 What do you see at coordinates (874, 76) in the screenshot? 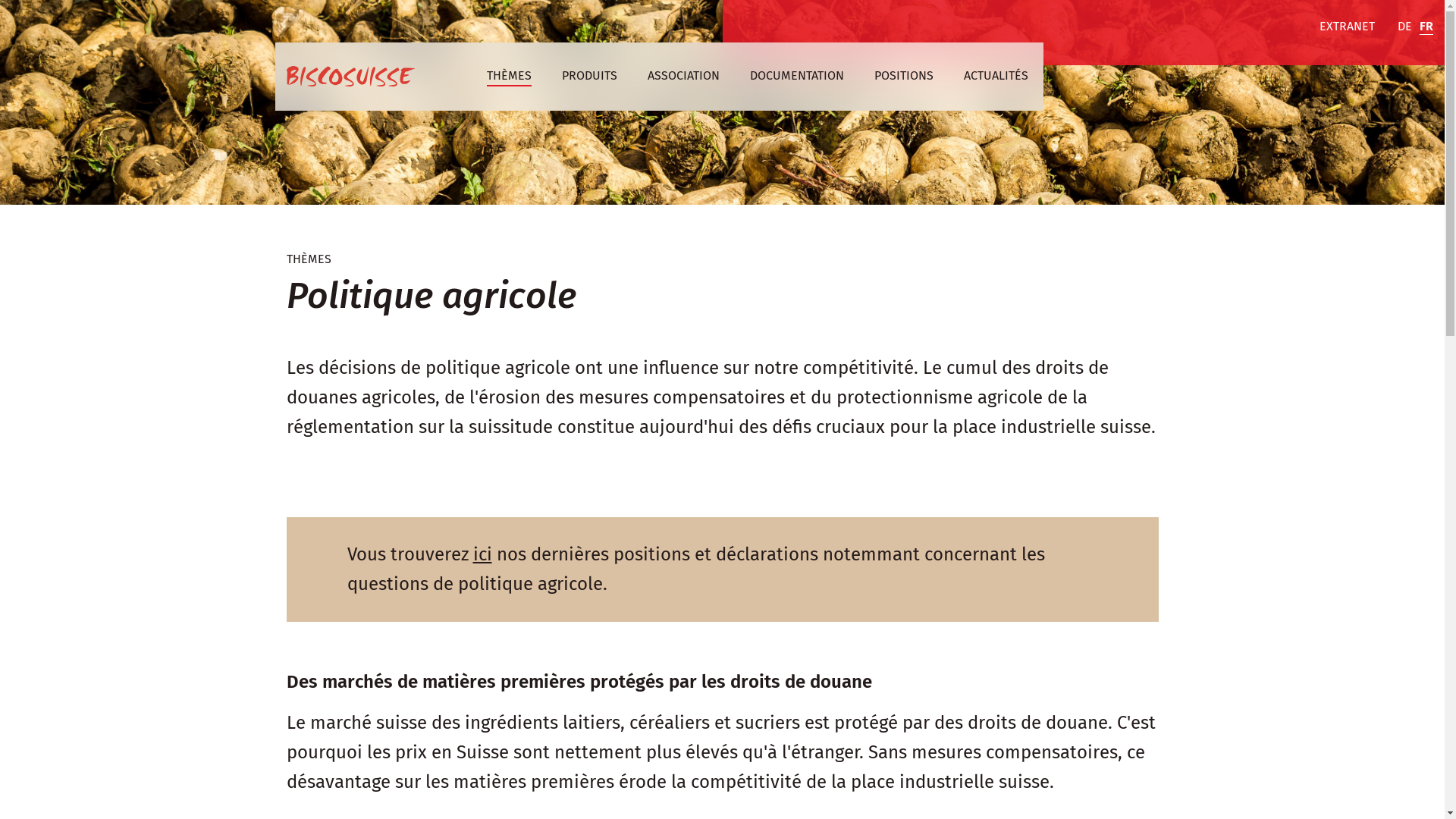
I see `'POSITIONS'` at bounding box center [874, 76].